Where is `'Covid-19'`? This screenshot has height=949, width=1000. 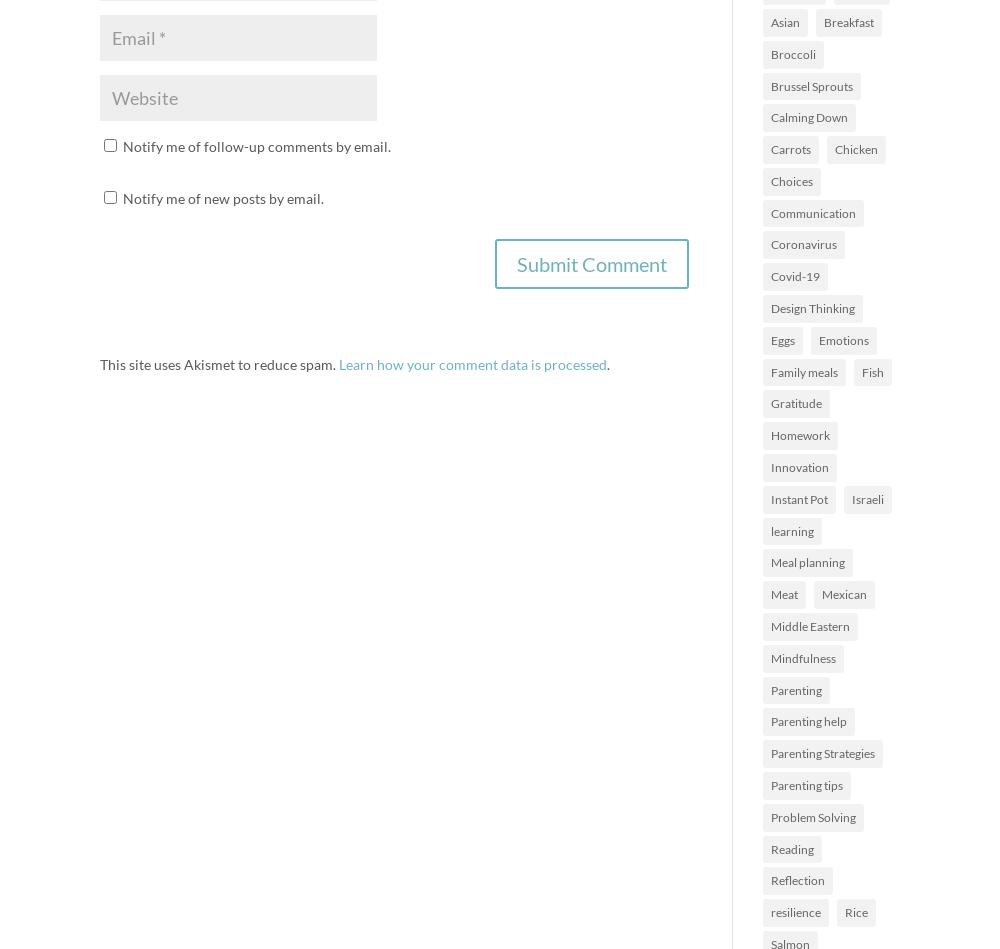
'Covid-19' is located at coordinates (771, 275).